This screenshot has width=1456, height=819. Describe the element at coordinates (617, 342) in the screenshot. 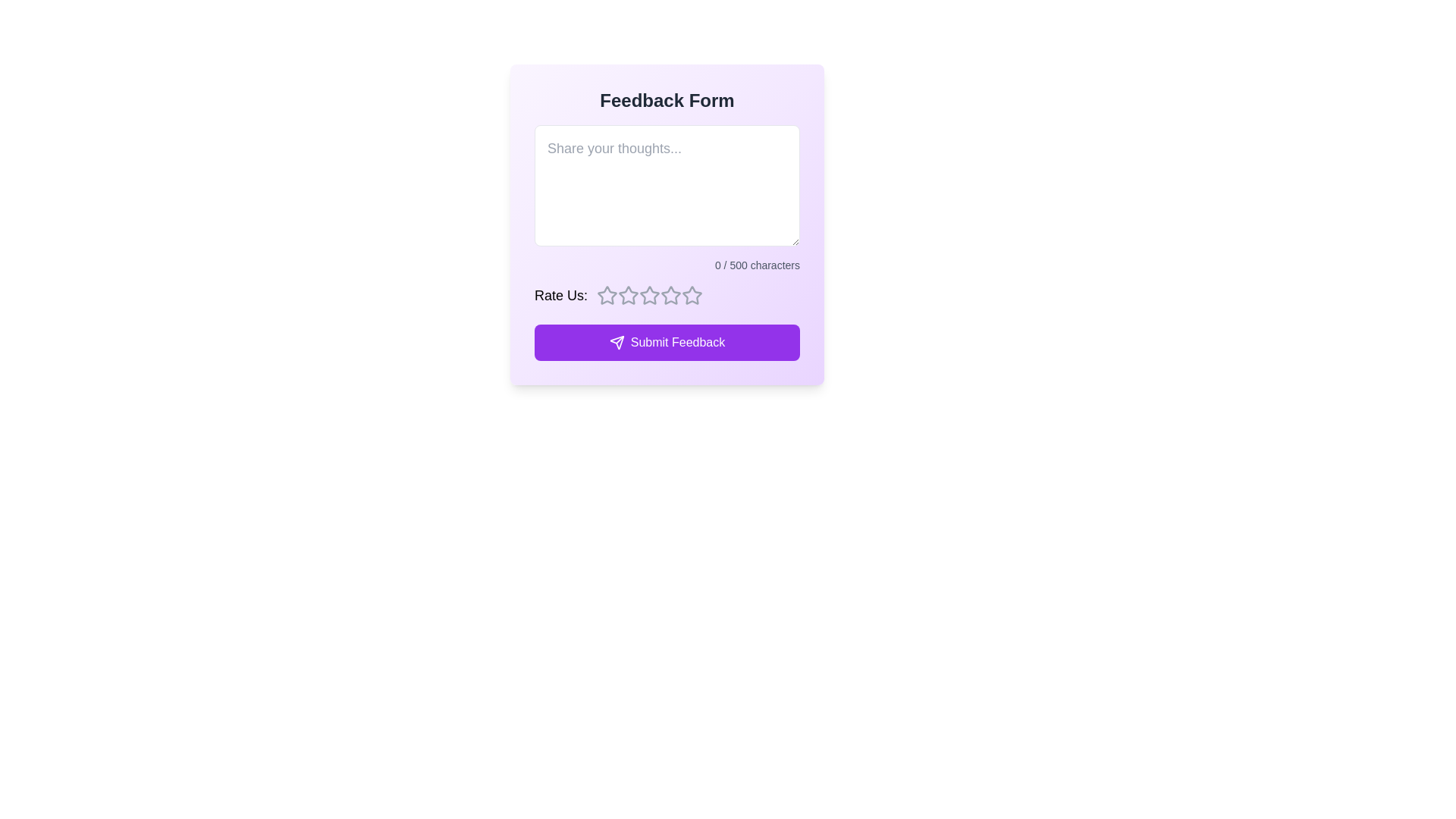

I see `the small triangular-shaped paper airplane icon with a white stroke outline located to the left of the text` at that location.